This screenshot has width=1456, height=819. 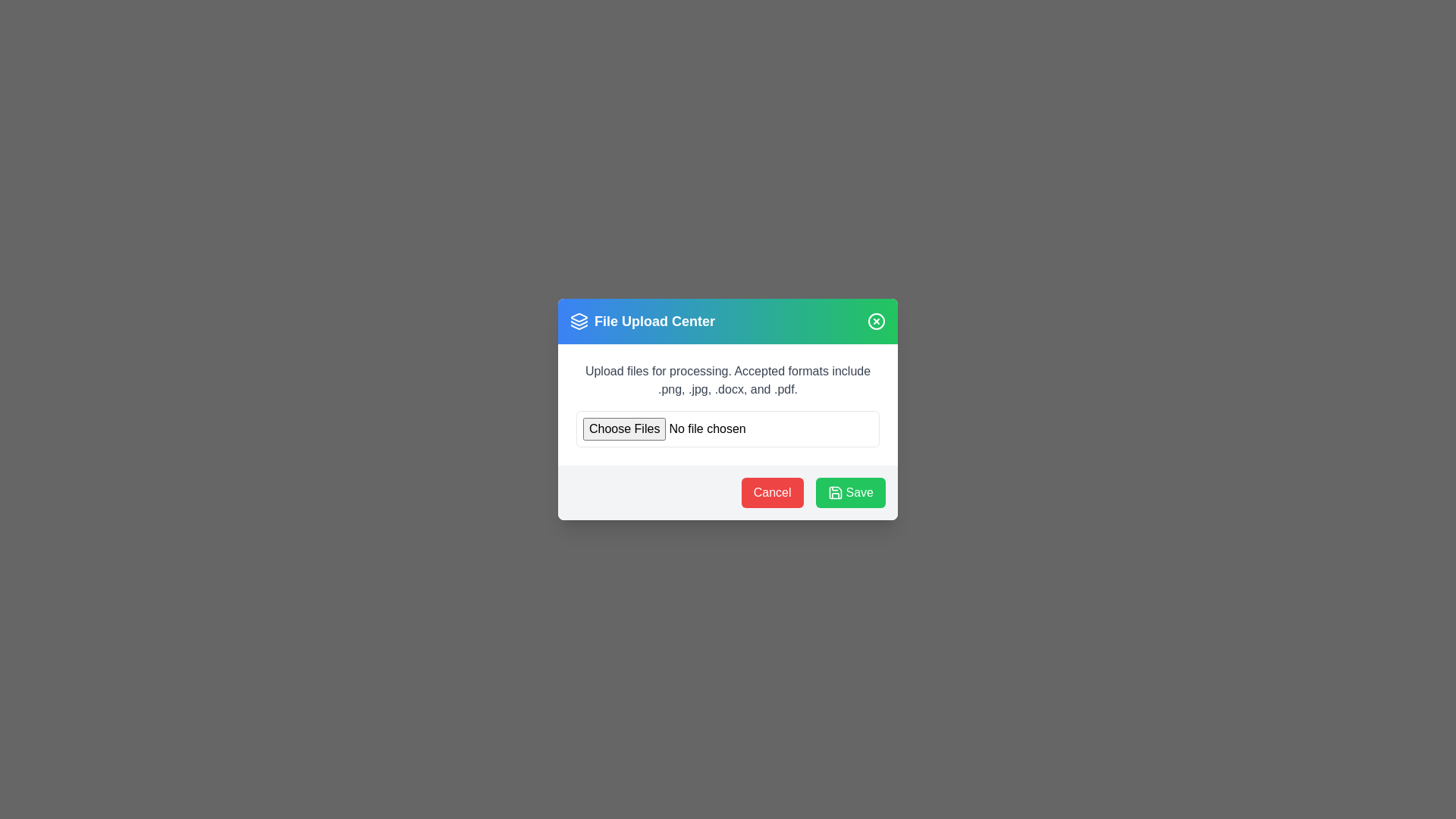 I want to click on the 'Save' button to save the uploaded files, so click(x=850, y=493).